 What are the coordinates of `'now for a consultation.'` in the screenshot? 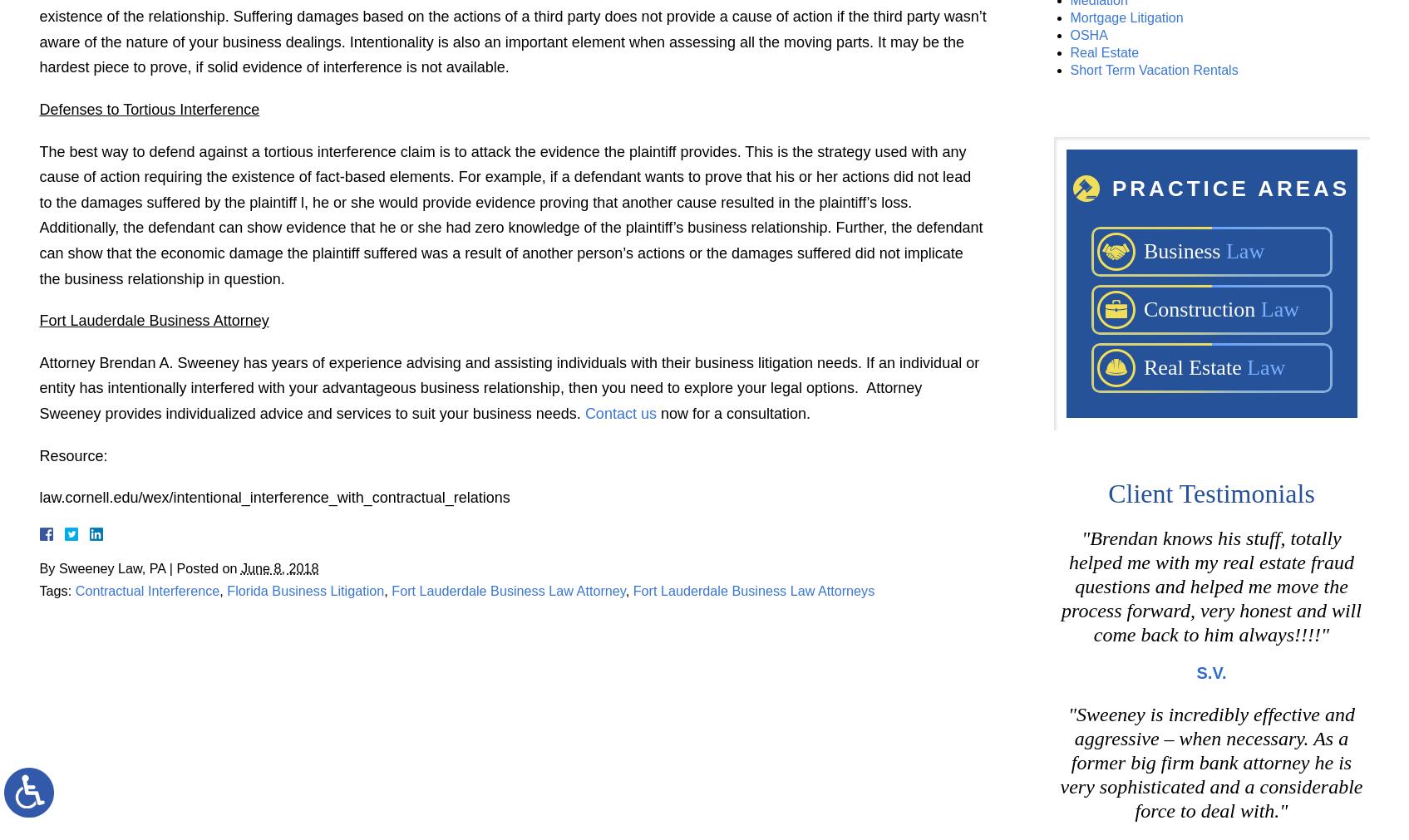 It's located at (732, 413).